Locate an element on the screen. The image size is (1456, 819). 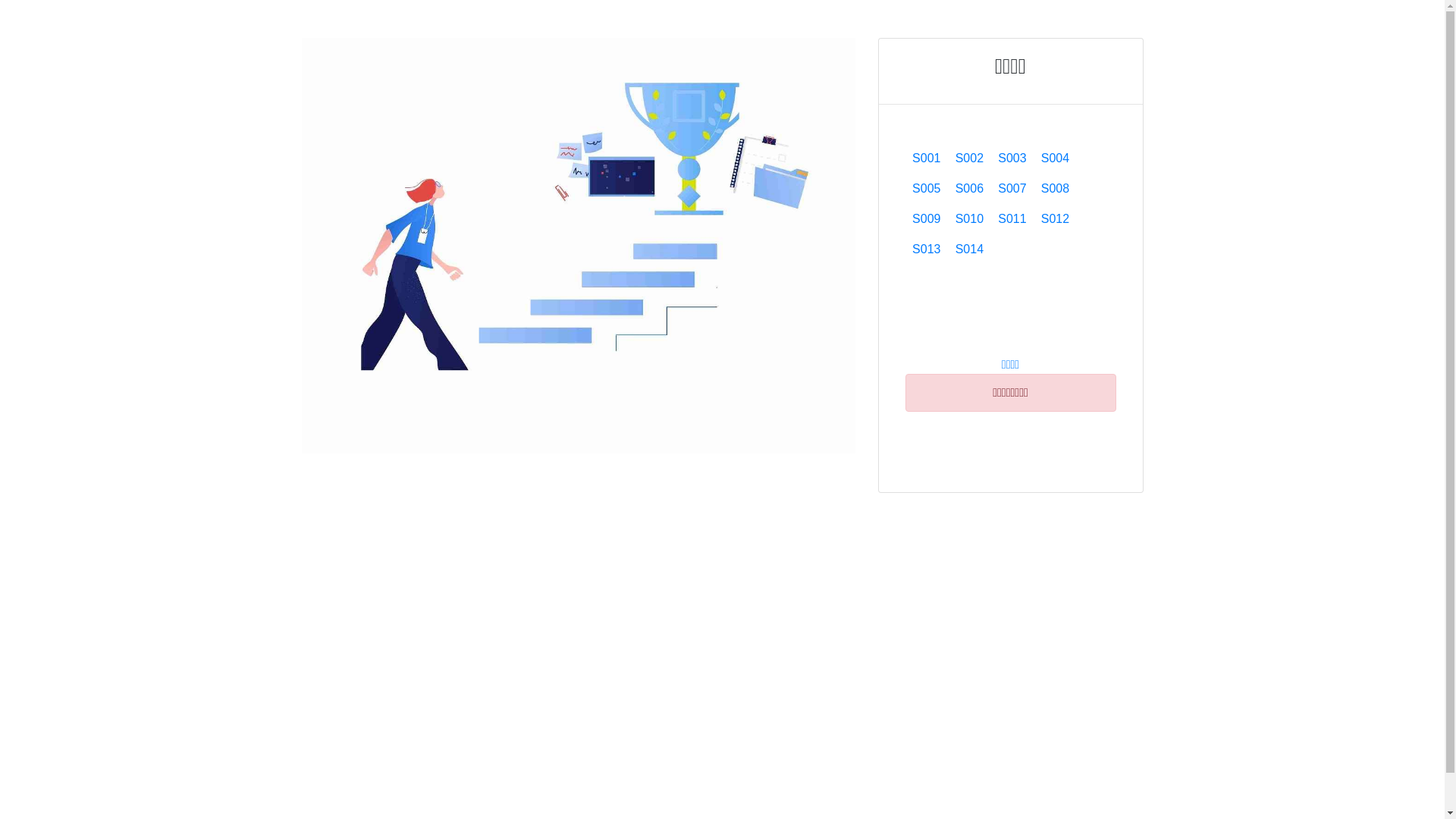
'S014' is located at coordinates (946, 248).